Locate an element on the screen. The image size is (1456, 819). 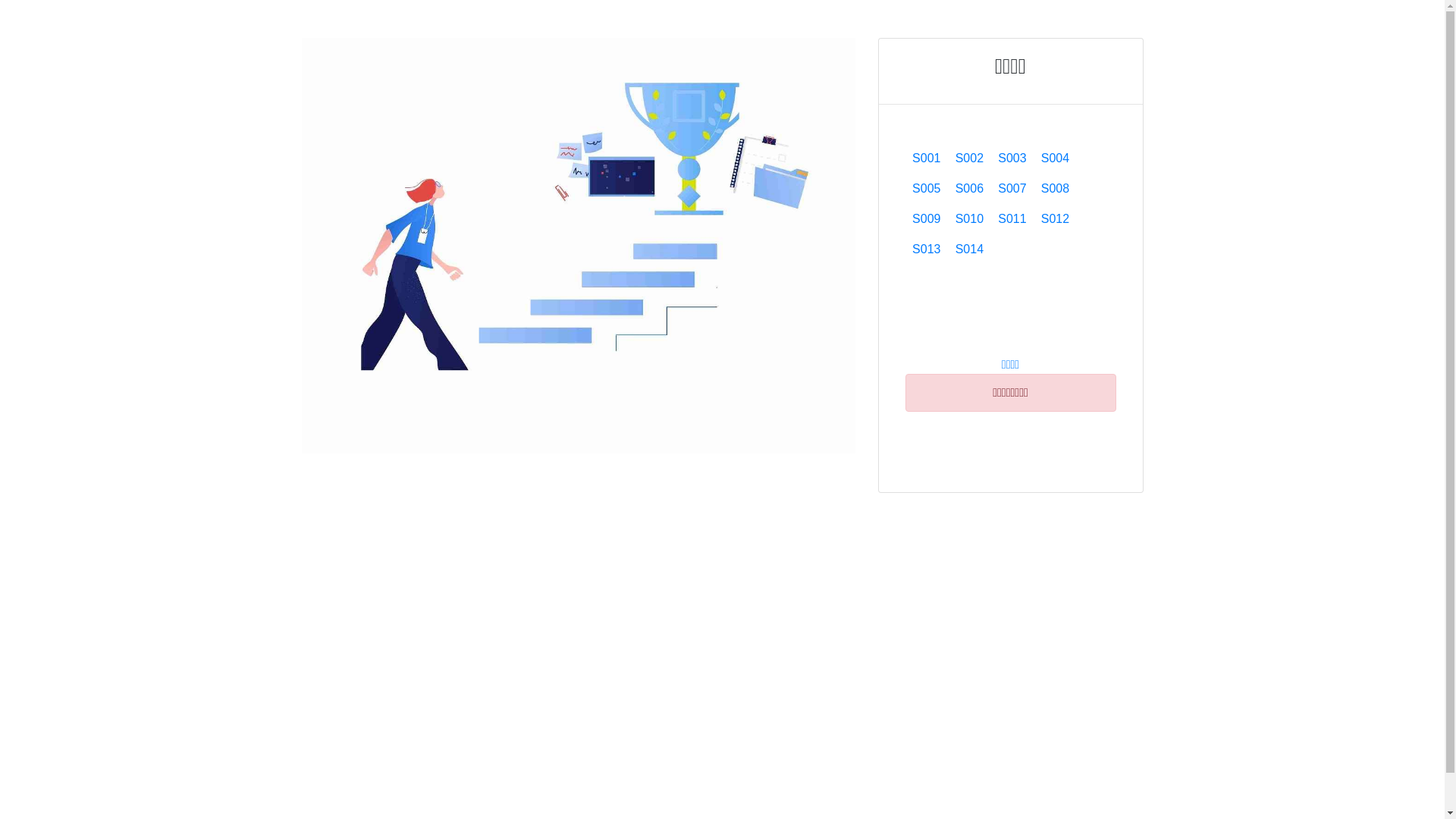
'S014' is located at coordinates (946, 248).